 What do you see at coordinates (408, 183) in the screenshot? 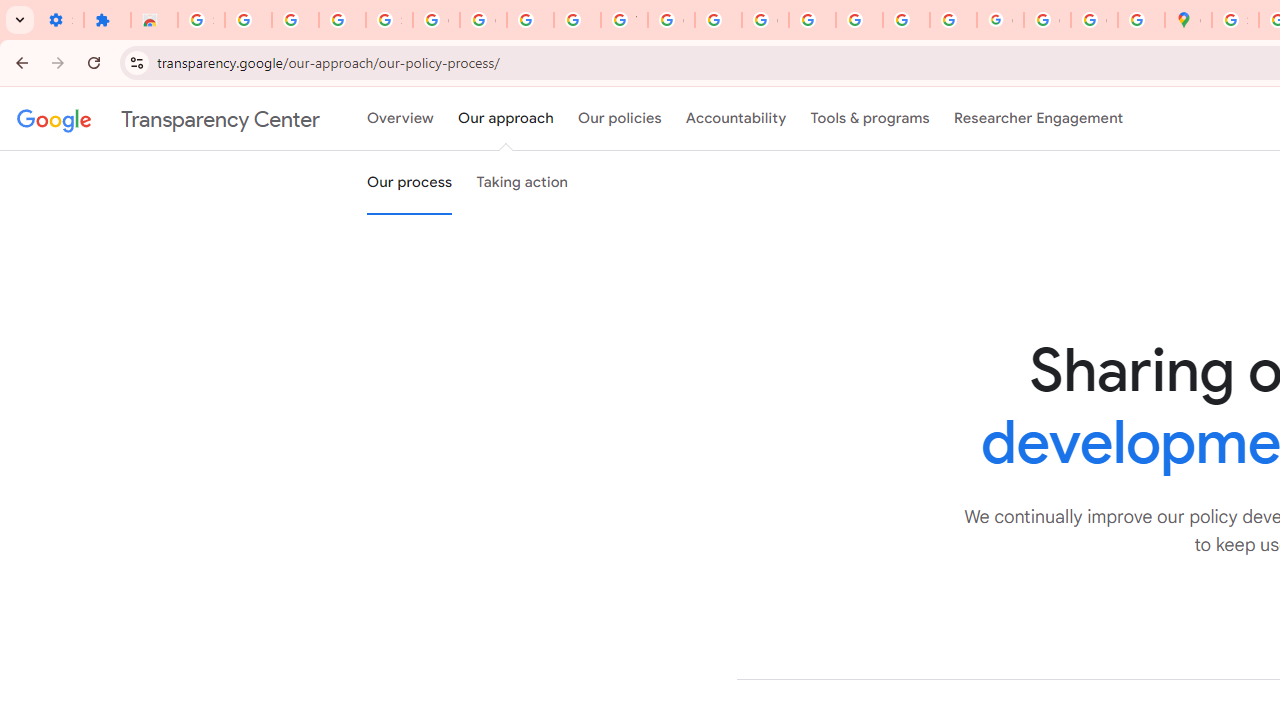
I see `'Our process'` at bounding box center [408, 183].